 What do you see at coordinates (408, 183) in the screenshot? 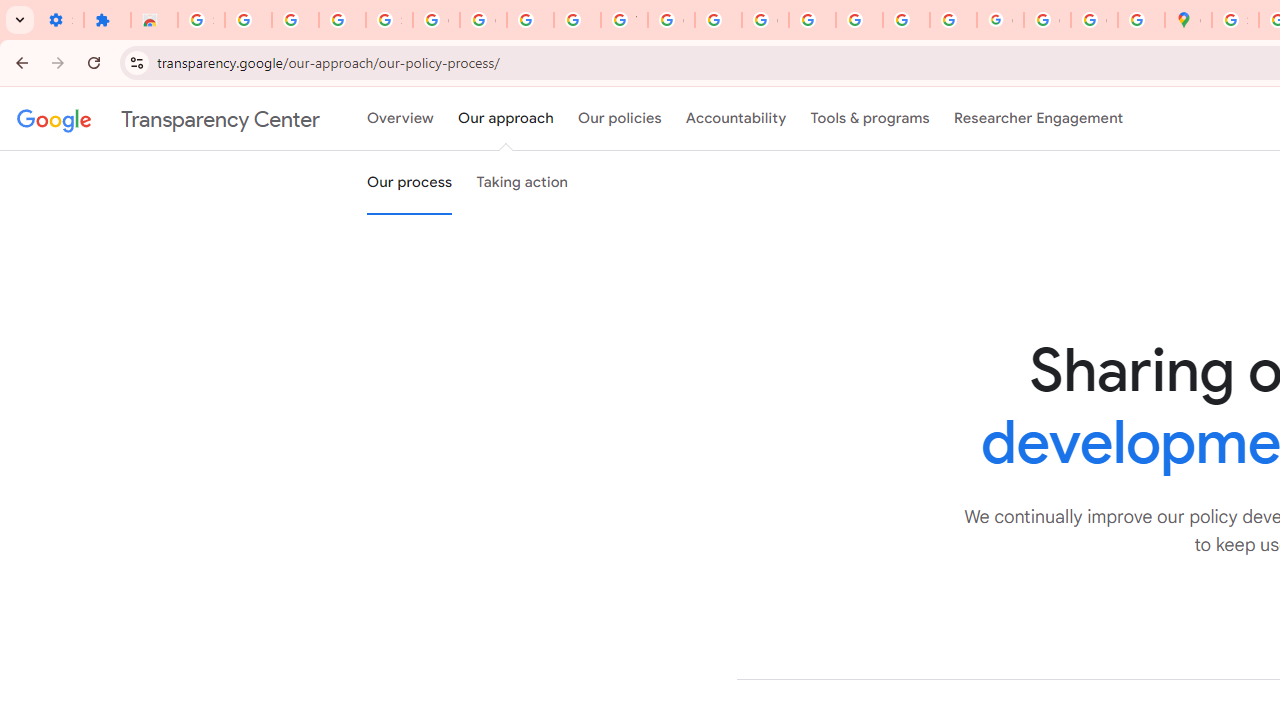
I see `'Our process'` at bounding box center [408, 183].